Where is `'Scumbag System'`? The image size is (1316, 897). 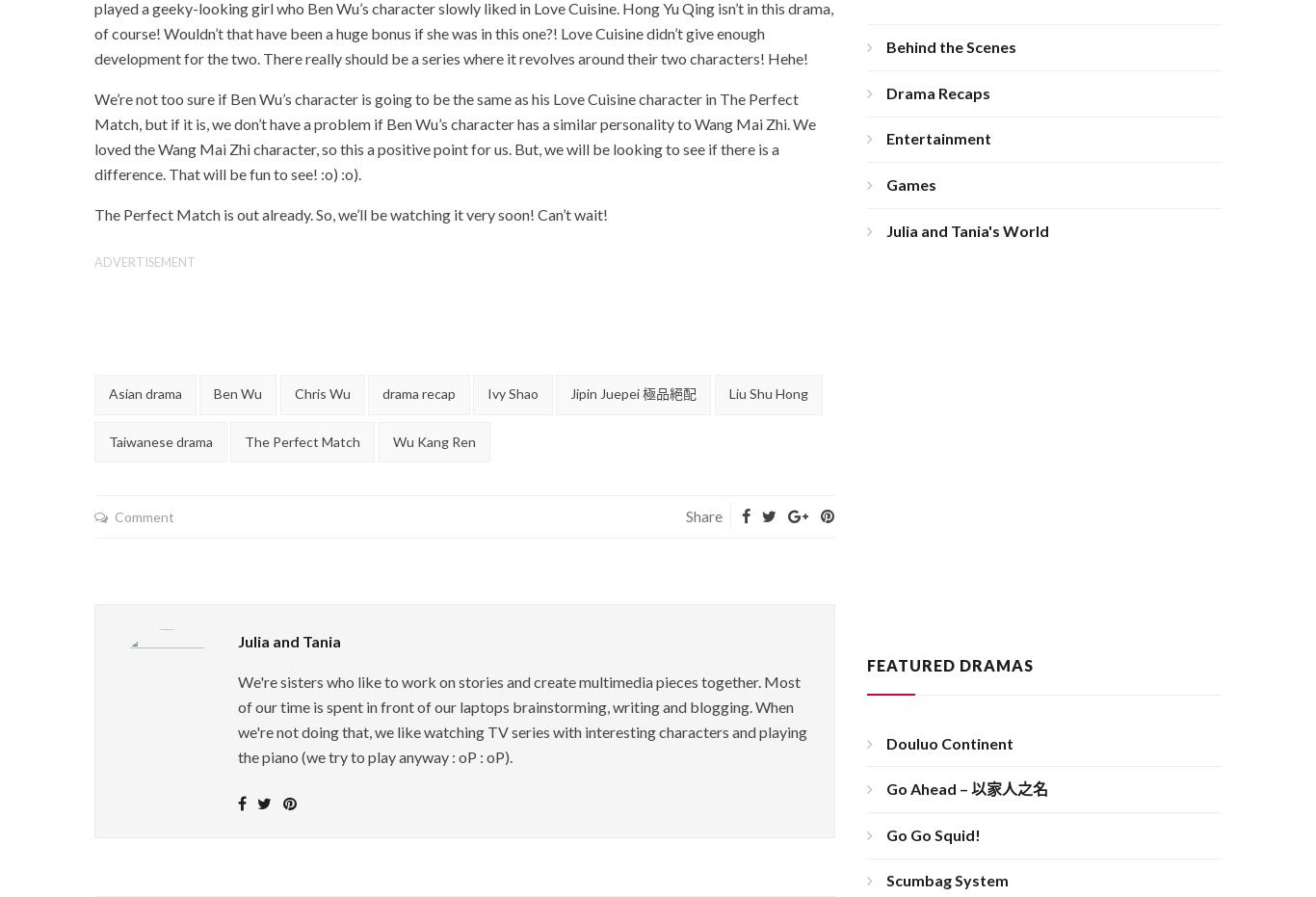 'Scumbag System' is located at coordinates (947, 880).